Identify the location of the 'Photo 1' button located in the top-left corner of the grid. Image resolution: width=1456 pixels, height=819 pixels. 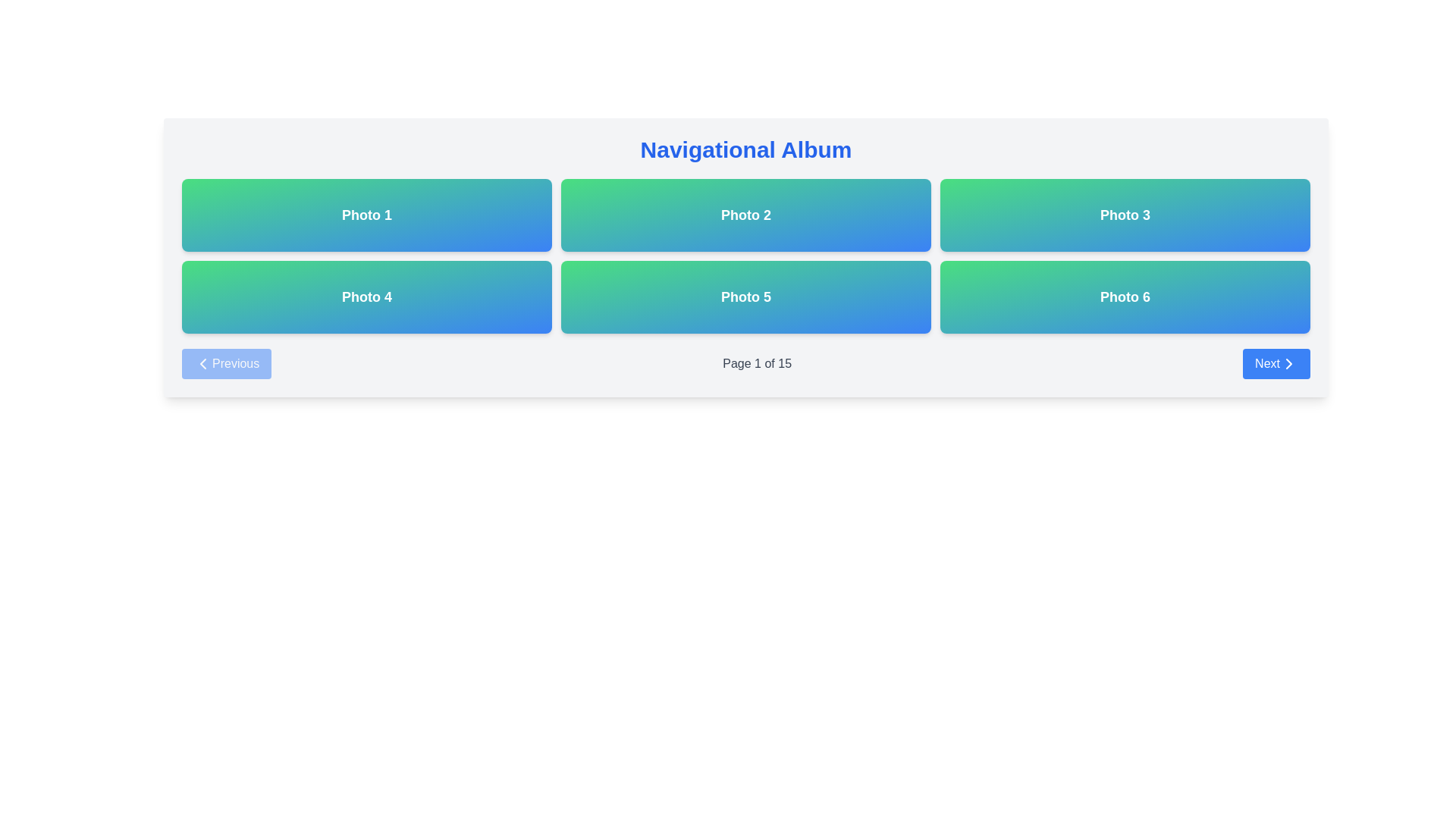
(367, 215).